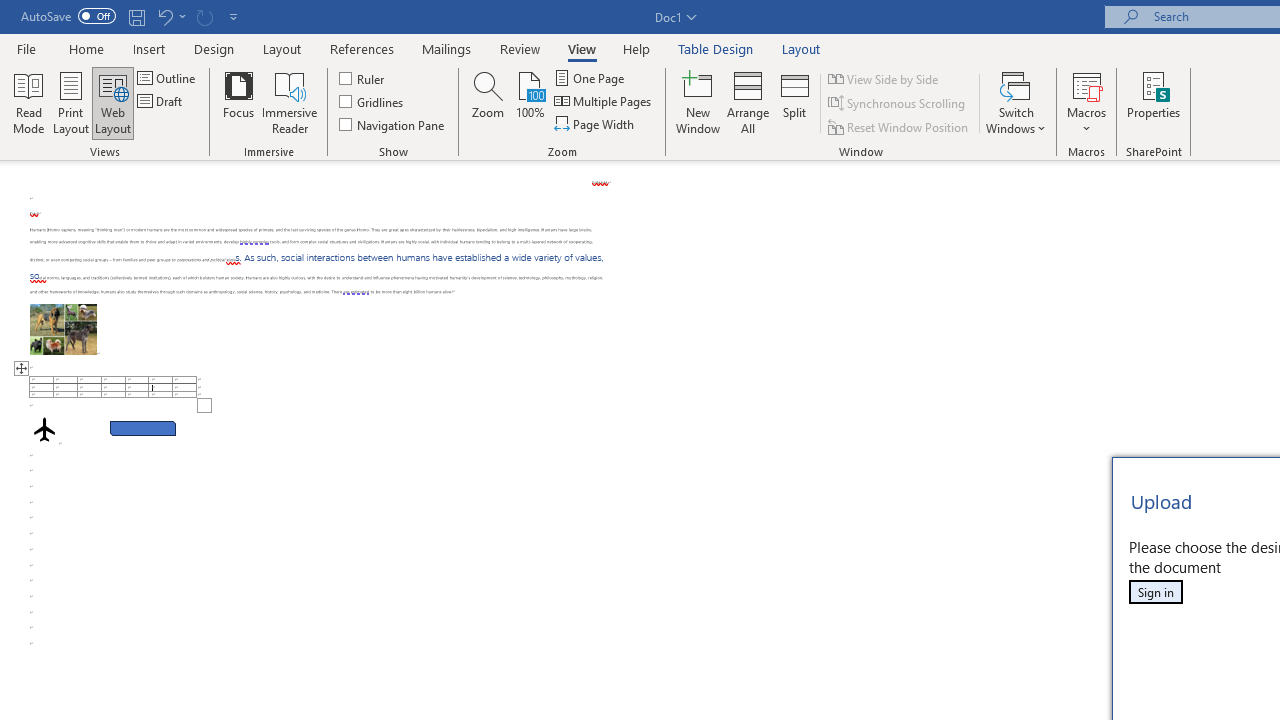 This screenshot has width=1280, height=720. Describe the element at coordinates (899, 127) in the screenshot. I see `'Reset Window Position'` at that location.